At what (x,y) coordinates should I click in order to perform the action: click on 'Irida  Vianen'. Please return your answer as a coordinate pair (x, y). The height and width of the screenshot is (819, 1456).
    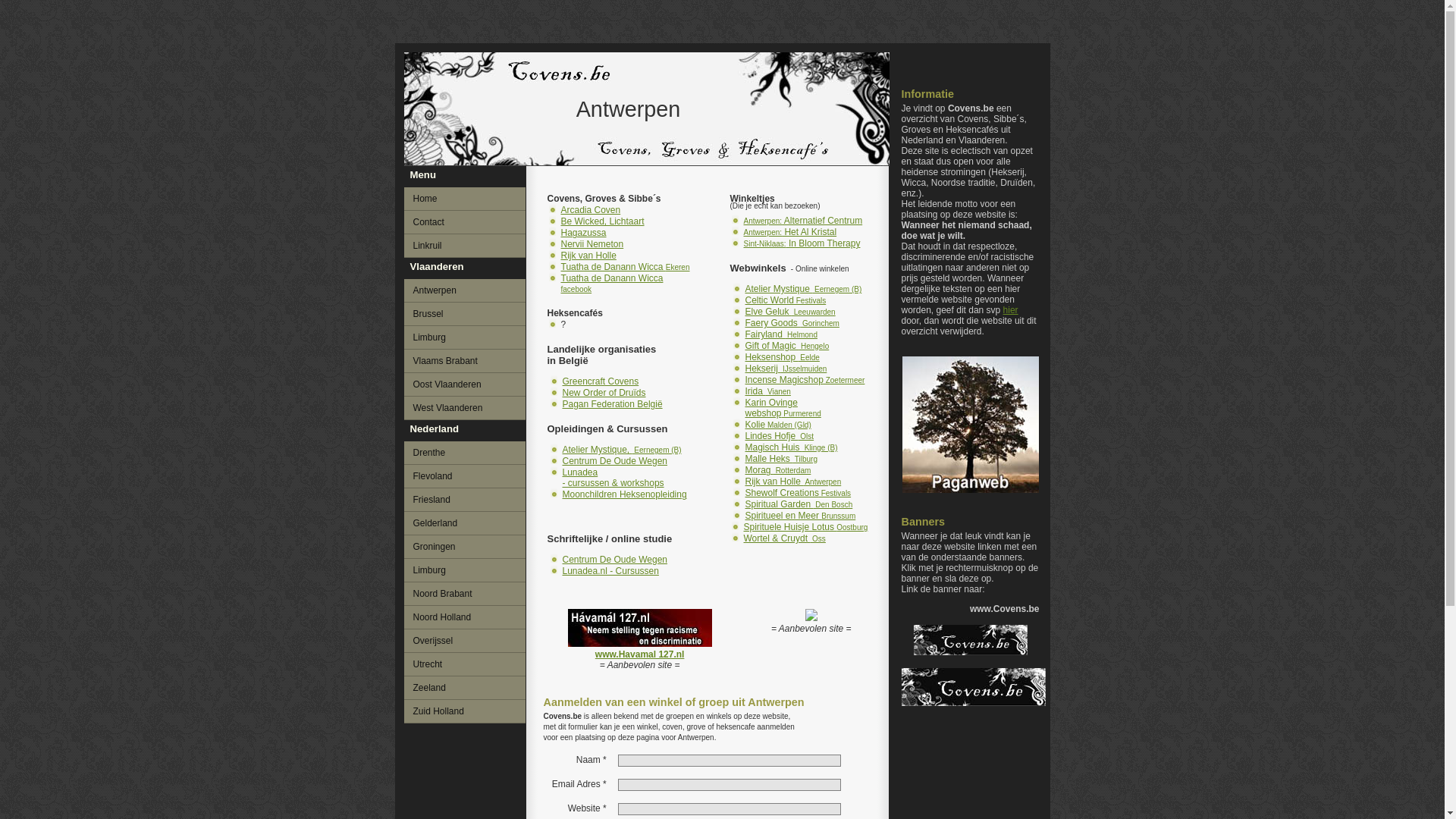
    Looking at the image, I should click on (745, 391).